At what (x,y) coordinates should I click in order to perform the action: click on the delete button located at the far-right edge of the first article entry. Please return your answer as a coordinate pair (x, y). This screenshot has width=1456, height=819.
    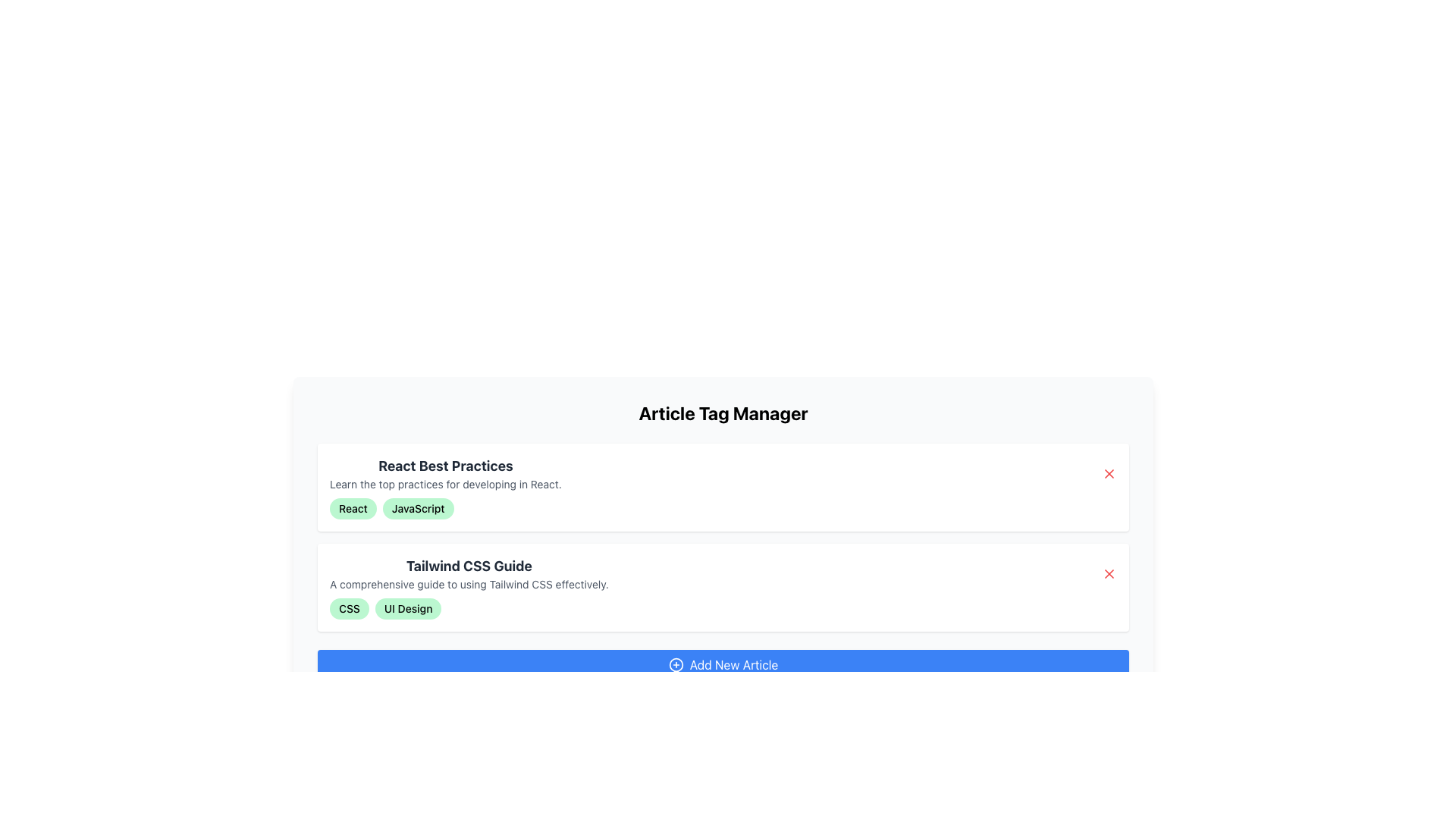
    Looking at the image, I should click on (1109, 472).